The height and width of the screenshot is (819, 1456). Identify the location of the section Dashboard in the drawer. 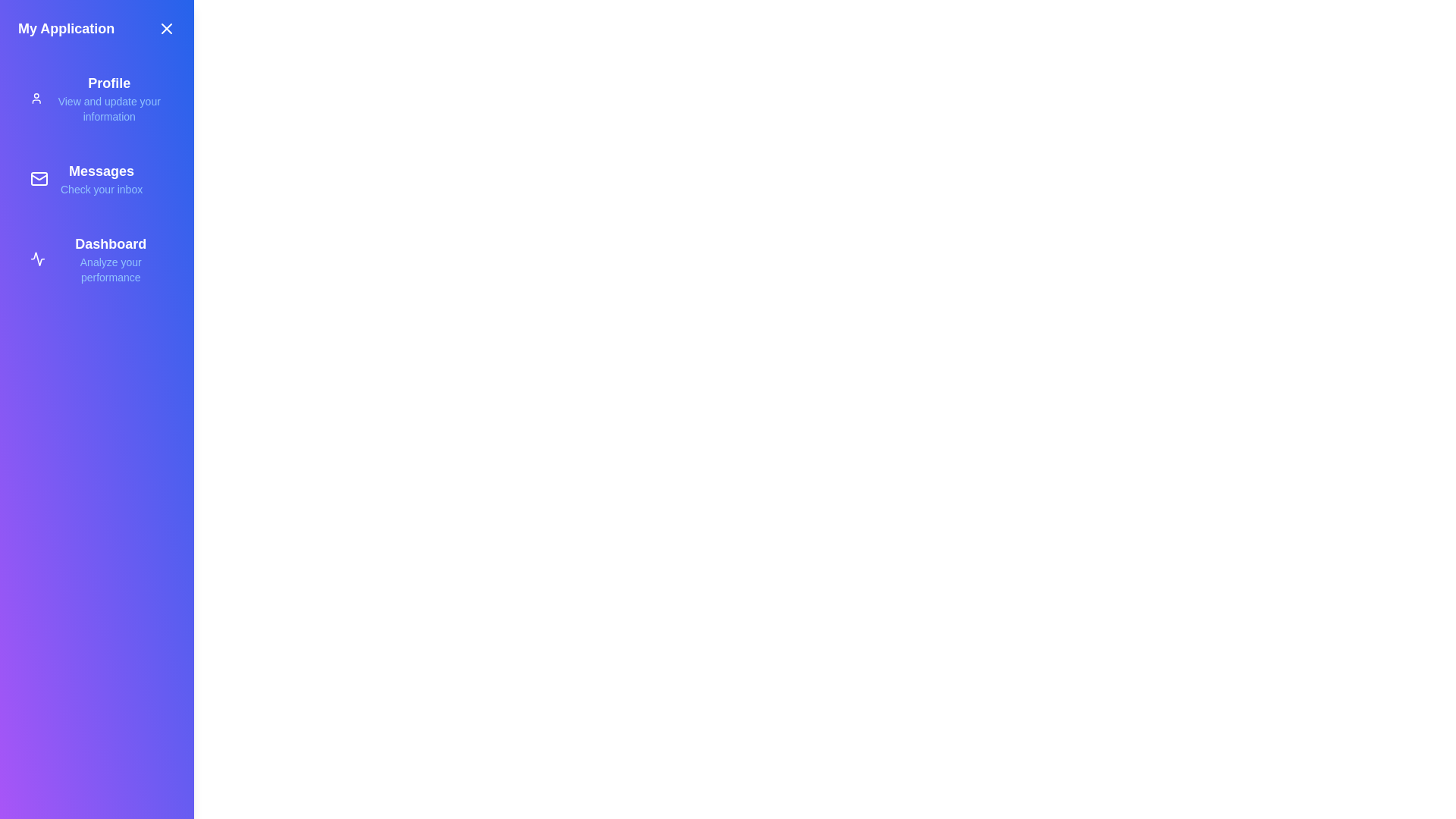
(96, 259).